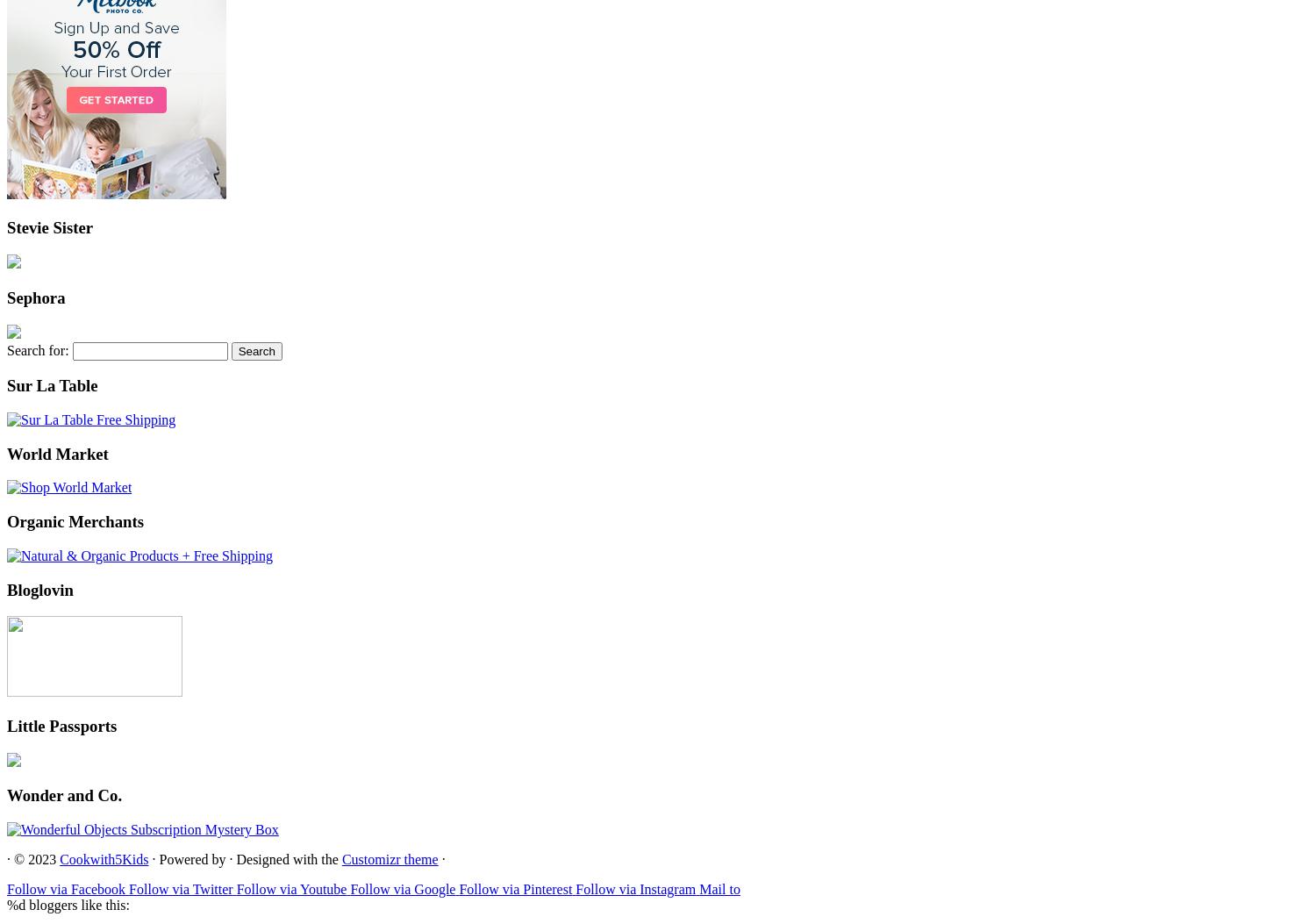 The image size is (1316, 924). Describe the element at coordinates (61, 725) in the screenshot. I see `'Little Passports'` at that location.